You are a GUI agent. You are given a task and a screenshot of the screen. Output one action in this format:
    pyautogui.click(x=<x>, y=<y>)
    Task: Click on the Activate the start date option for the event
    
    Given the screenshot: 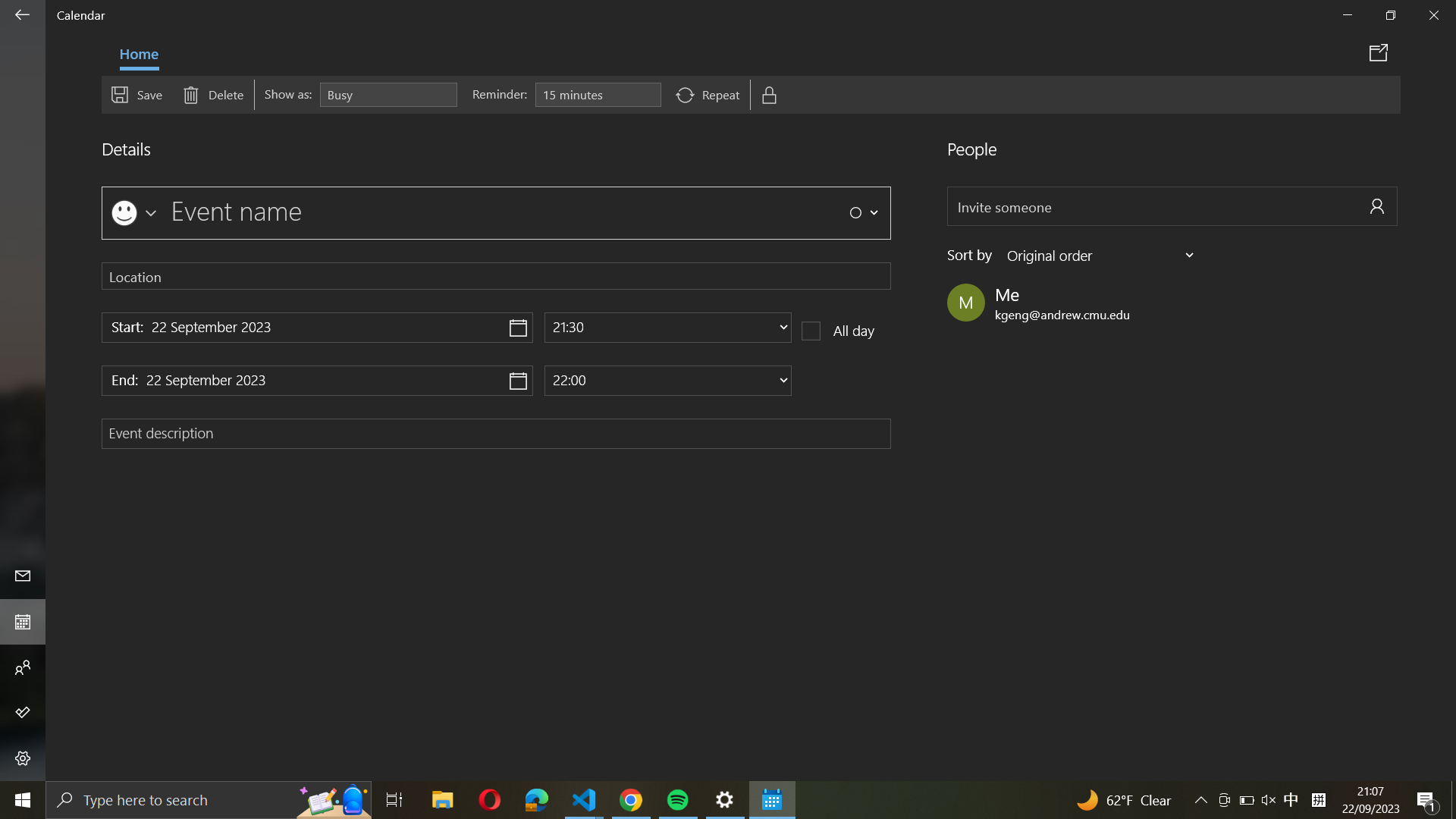 What is the action you would take?
    pyautogui.click(x=316, y=327)
    